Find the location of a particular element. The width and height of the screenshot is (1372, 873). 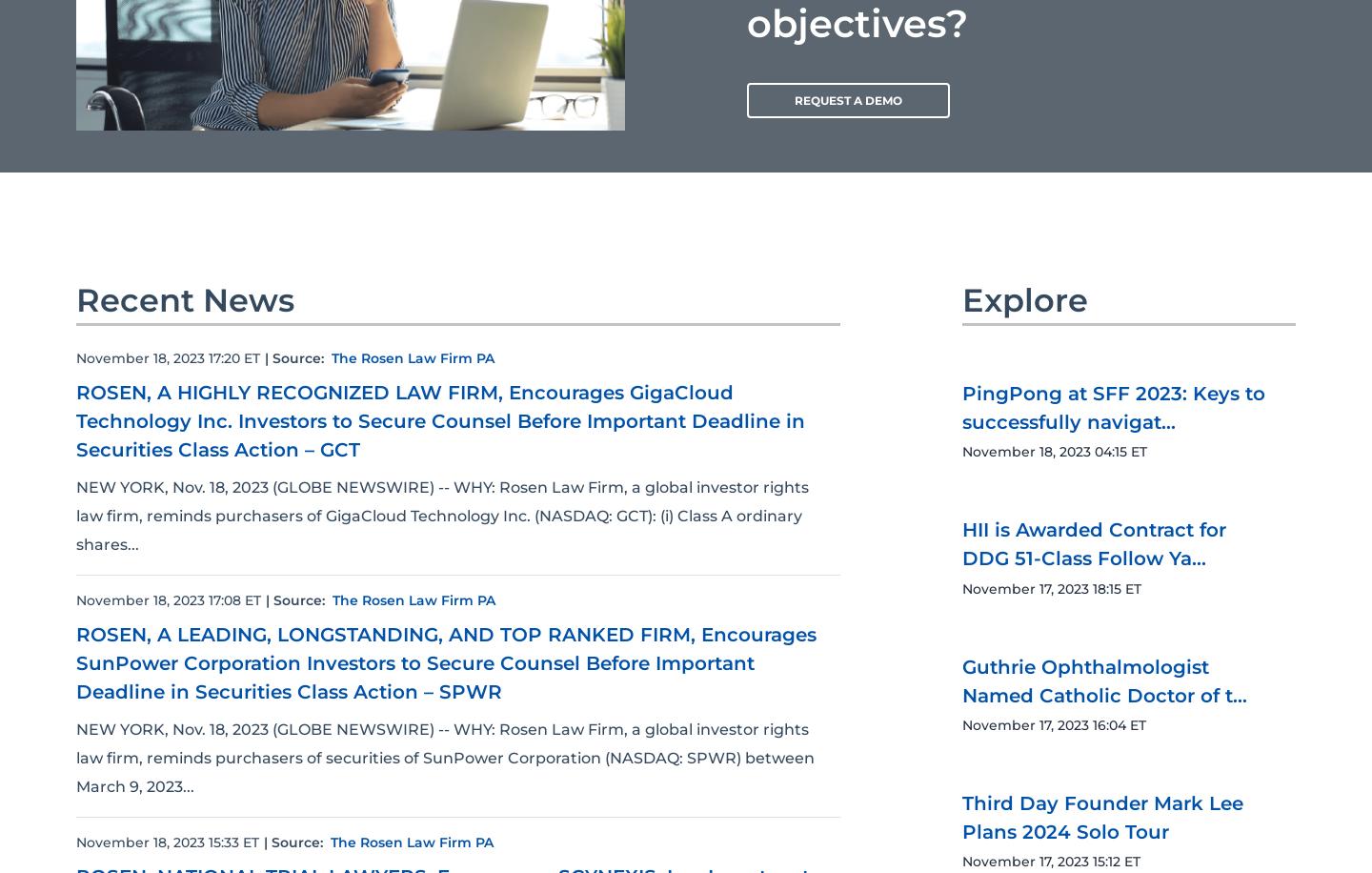

'November 18, 2023 15:33 ET' is located at coordinates (76, 841).